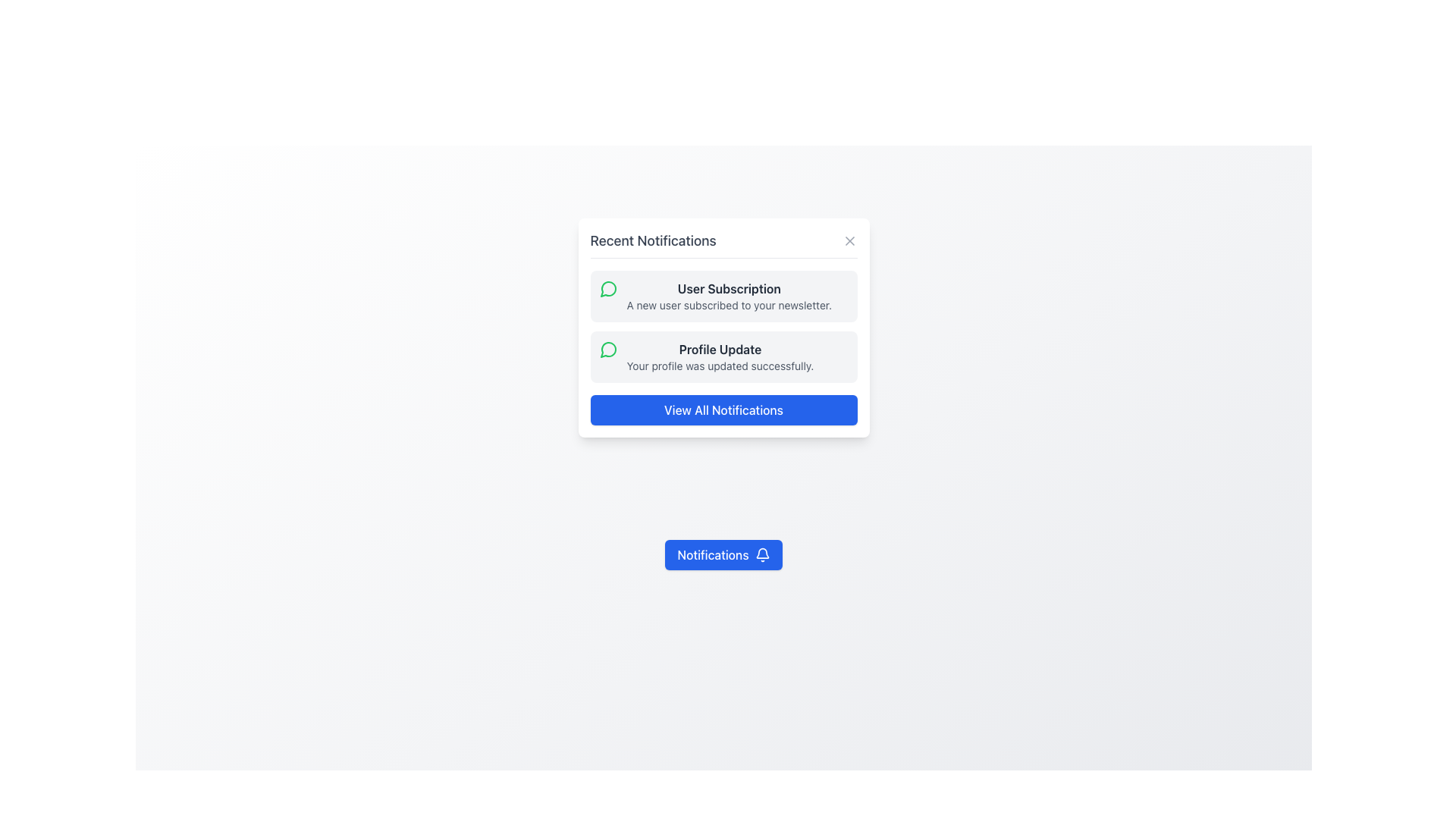  What do you see at coordinates (729, 305) in the screenshot?
I see `the text segment that reads 'A new user subscribed to your newsletter.' within the notification card under the title 'User Subscription.'` at bounding box center [729, 305].